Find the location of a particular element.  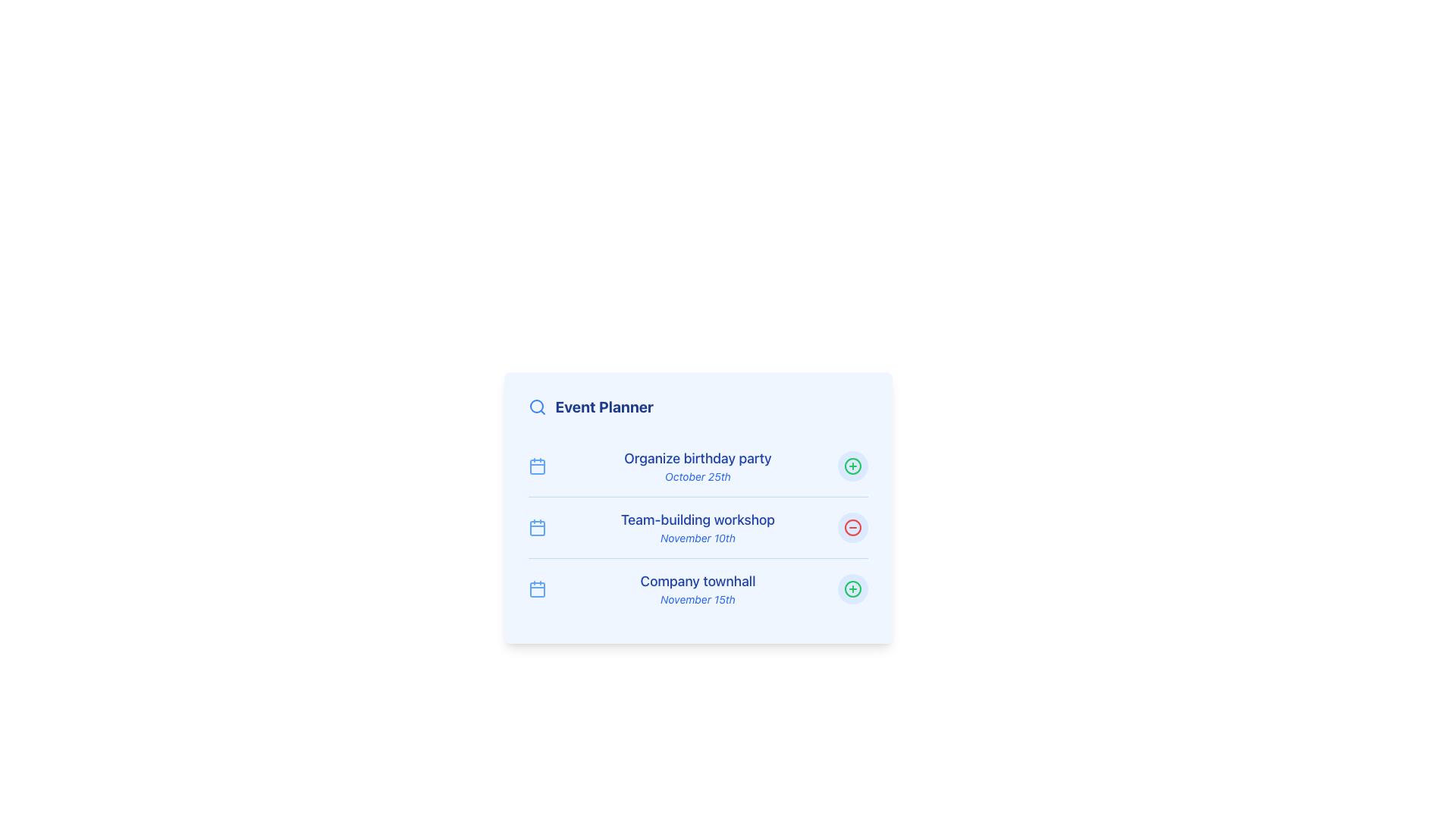

the calendar icon with a blue outline located to the left of the 'Company townhall' text in the third row of items is located at coordinates (537, 588).